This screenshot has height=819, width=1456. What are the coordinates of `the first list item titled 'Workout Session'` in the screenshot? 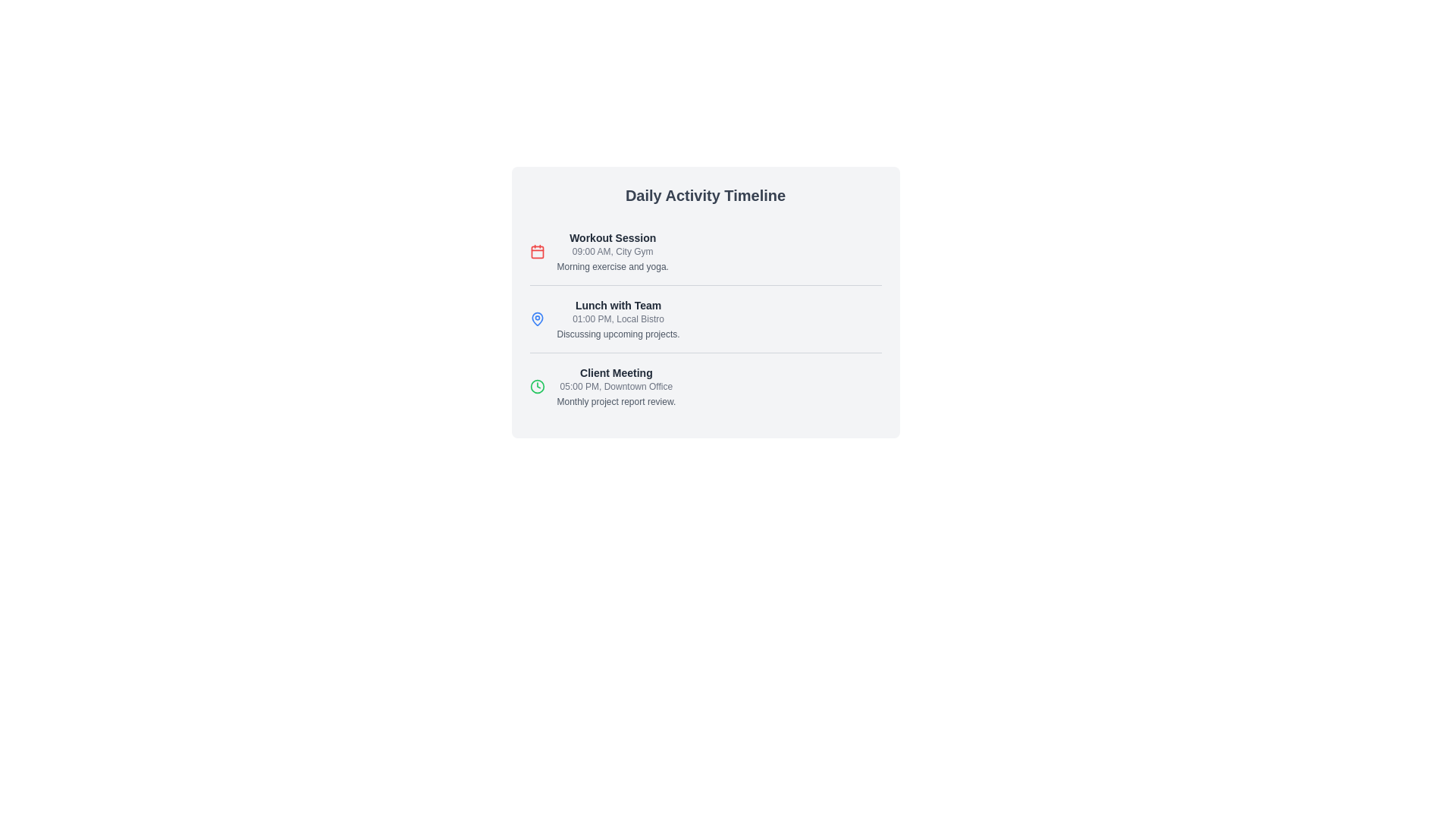 It's located at (704, 250).